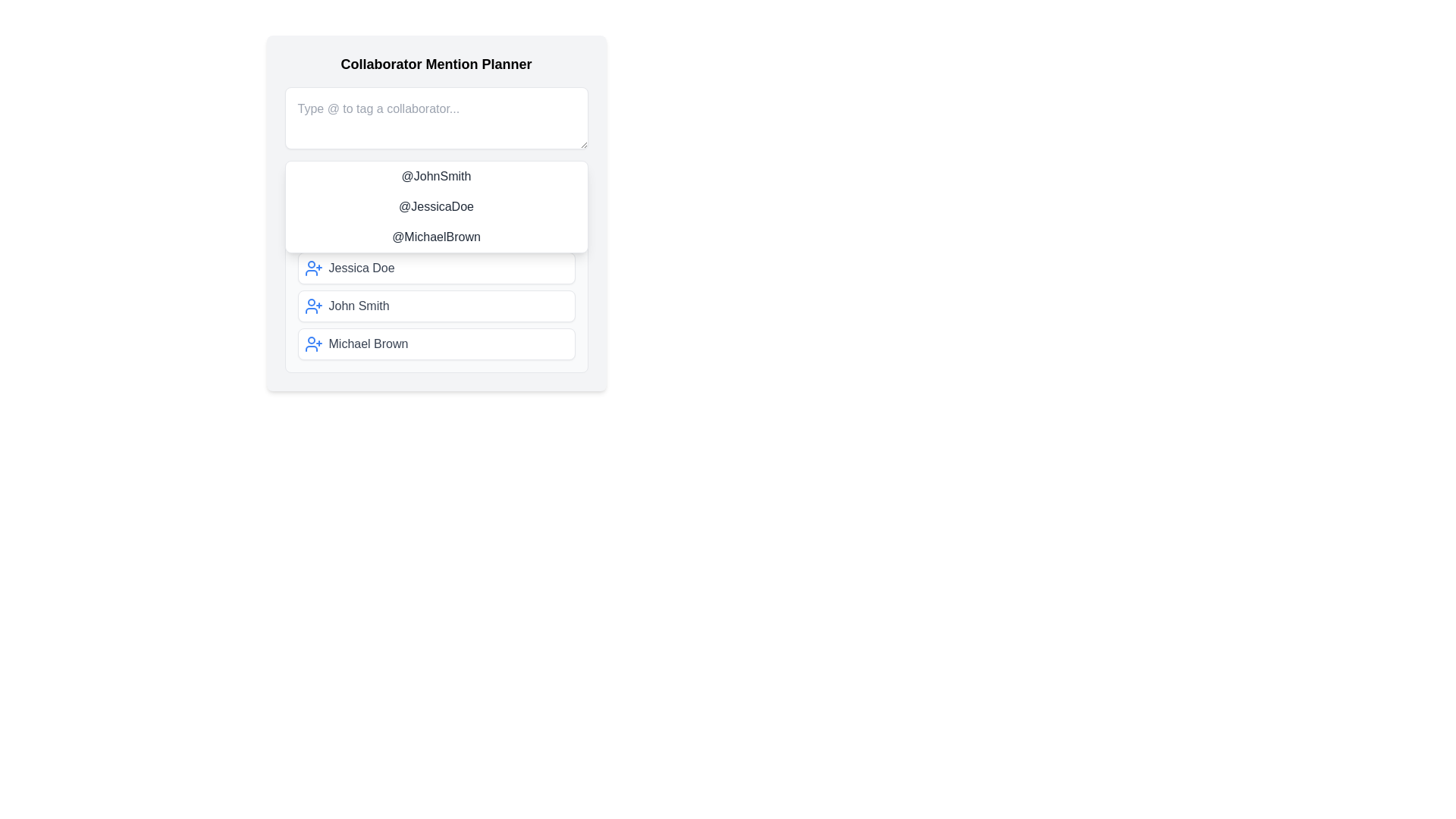 This screenshot has width=1456, height=819. What do you see at coordinates (312, 344) in the screenshot?
I see `the icon representing the action` at bounding box center [312, 344].